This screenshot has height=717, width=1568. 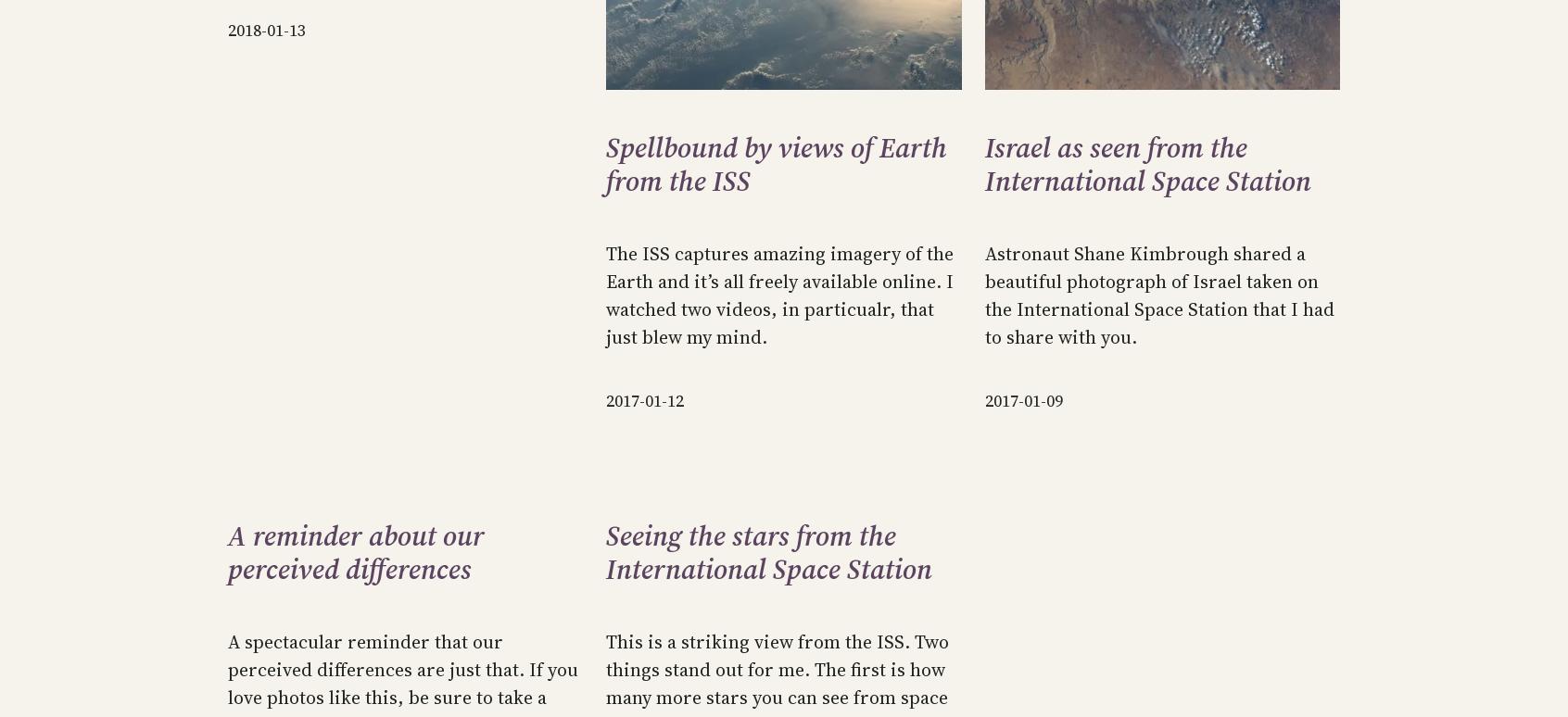 I want to click on '2017-01-12', so click(x=644, y=399).